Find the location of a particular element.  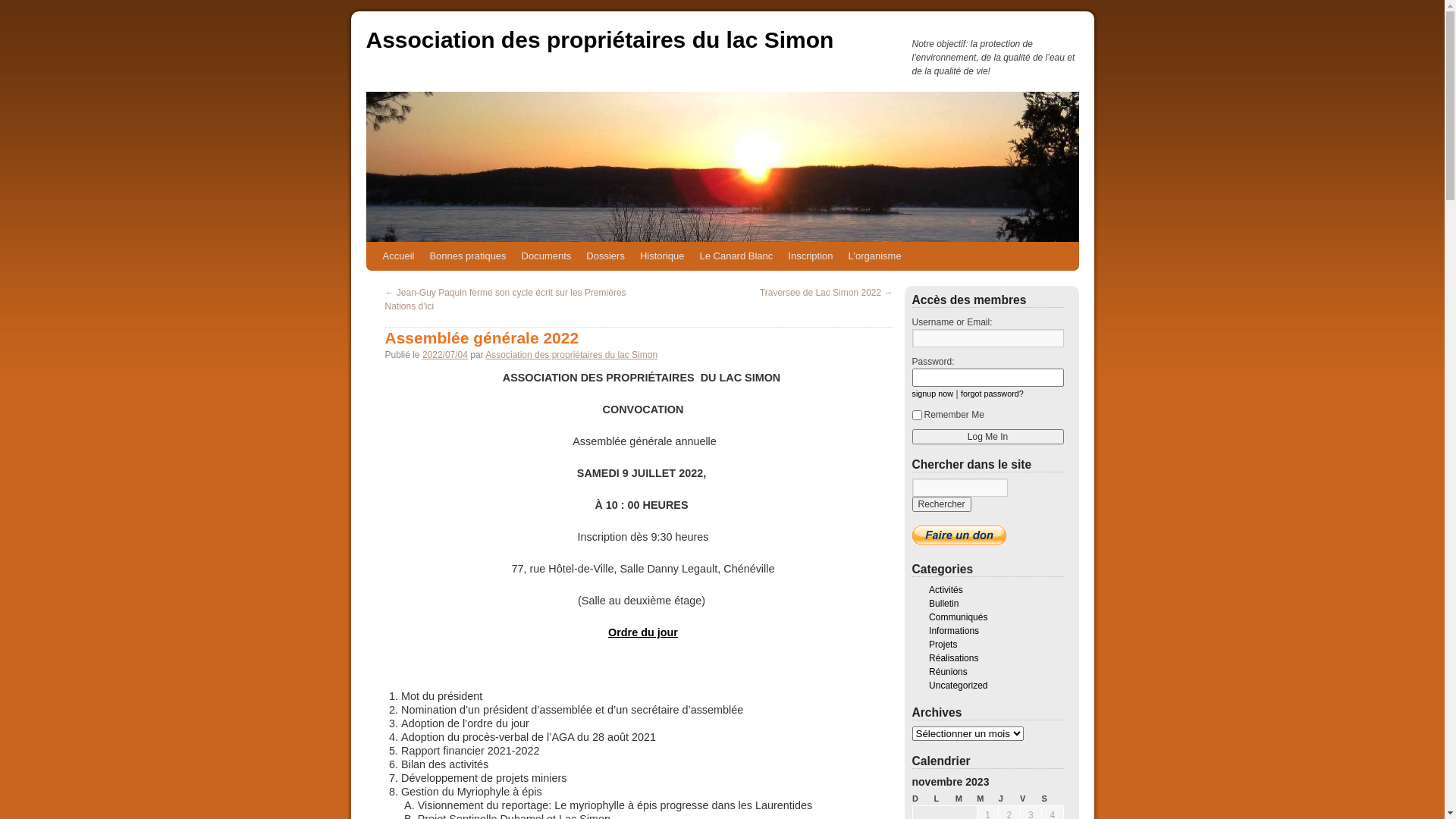

'Dossiers' is located at coordinates (604, 256).